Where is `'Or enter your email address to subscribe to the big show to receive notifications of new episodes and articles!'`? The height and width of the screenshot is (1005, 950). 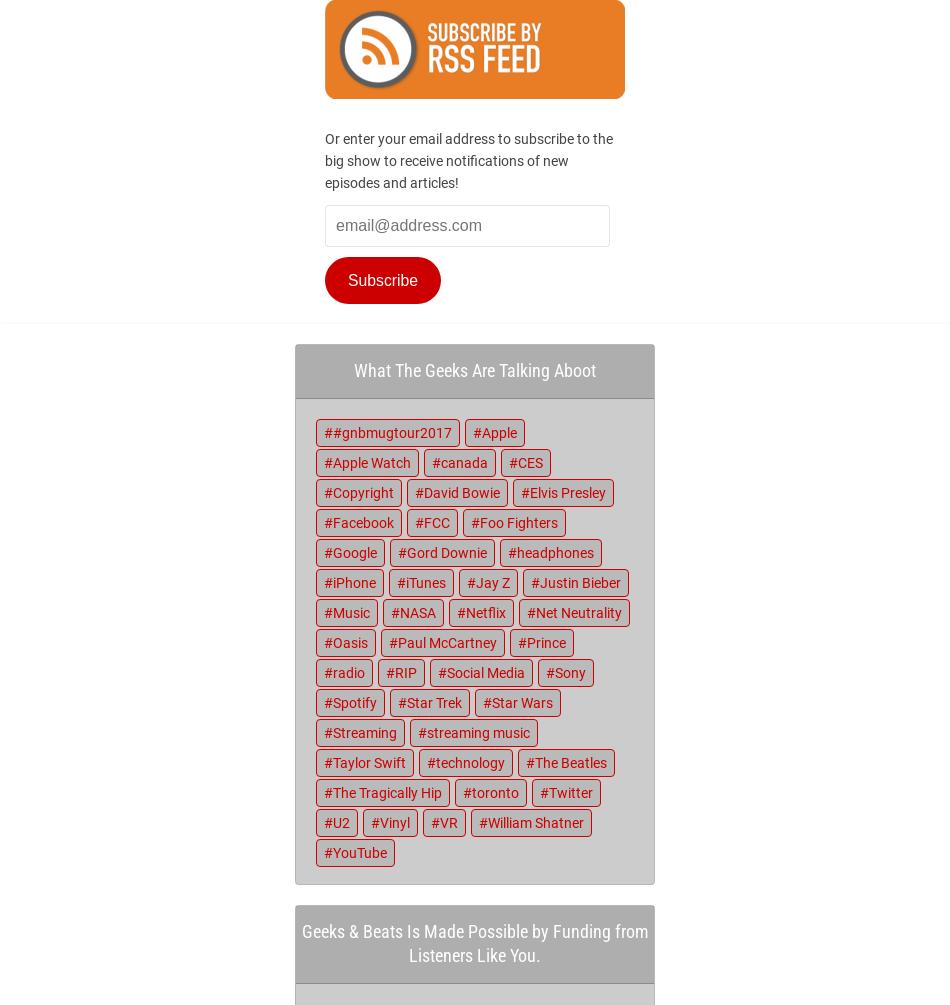 'Or enter your email address to subscribe to the big show to receive notifications of new episodes and articles!' is located at coordinates (468, 161).